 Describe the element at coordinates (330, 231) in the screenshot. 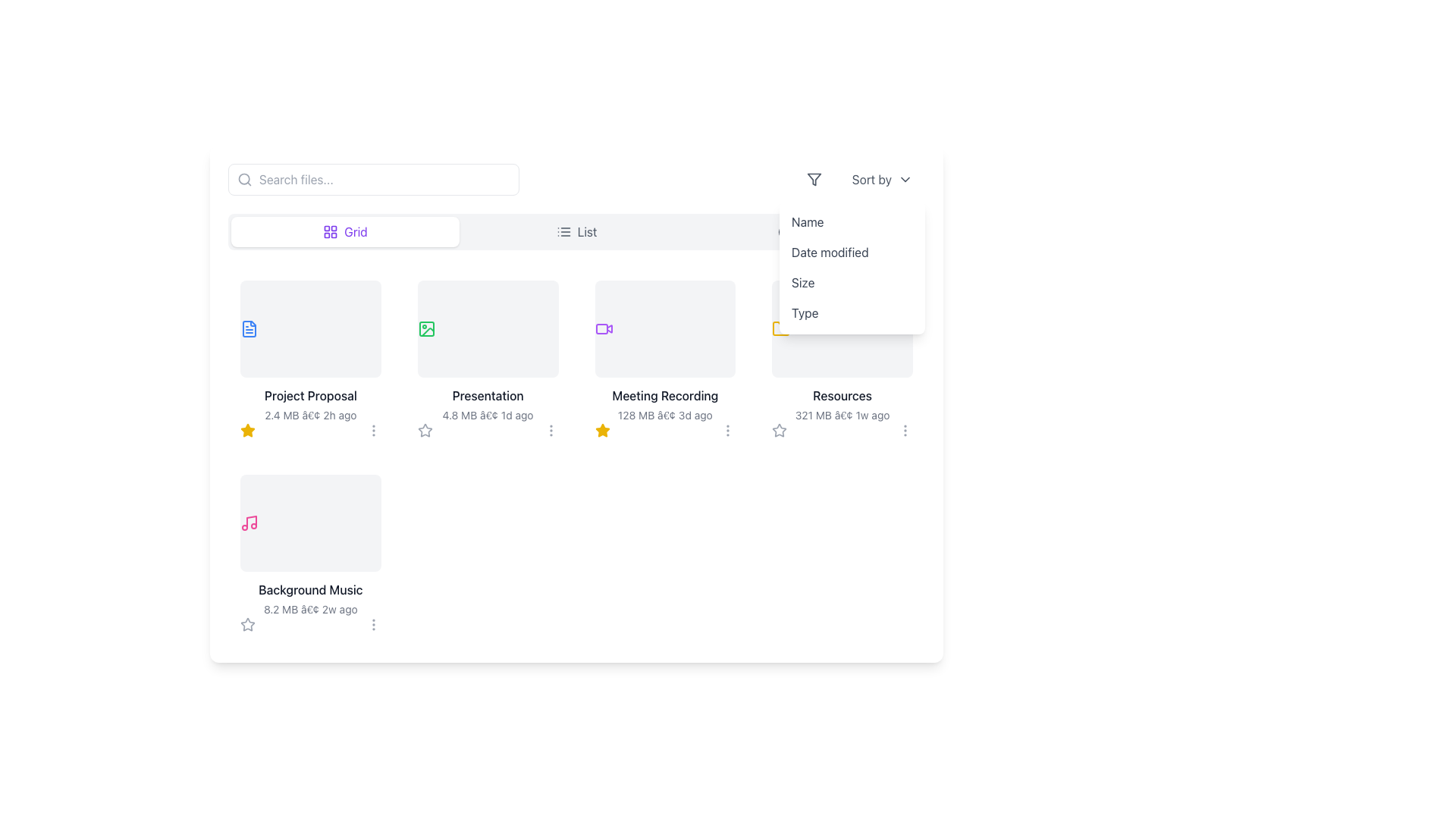

I see `the 'Grid' button which contains an SVG-based graphic icon of four small squares in a 2x2 grid layout to switch to the grid layout` at that location.